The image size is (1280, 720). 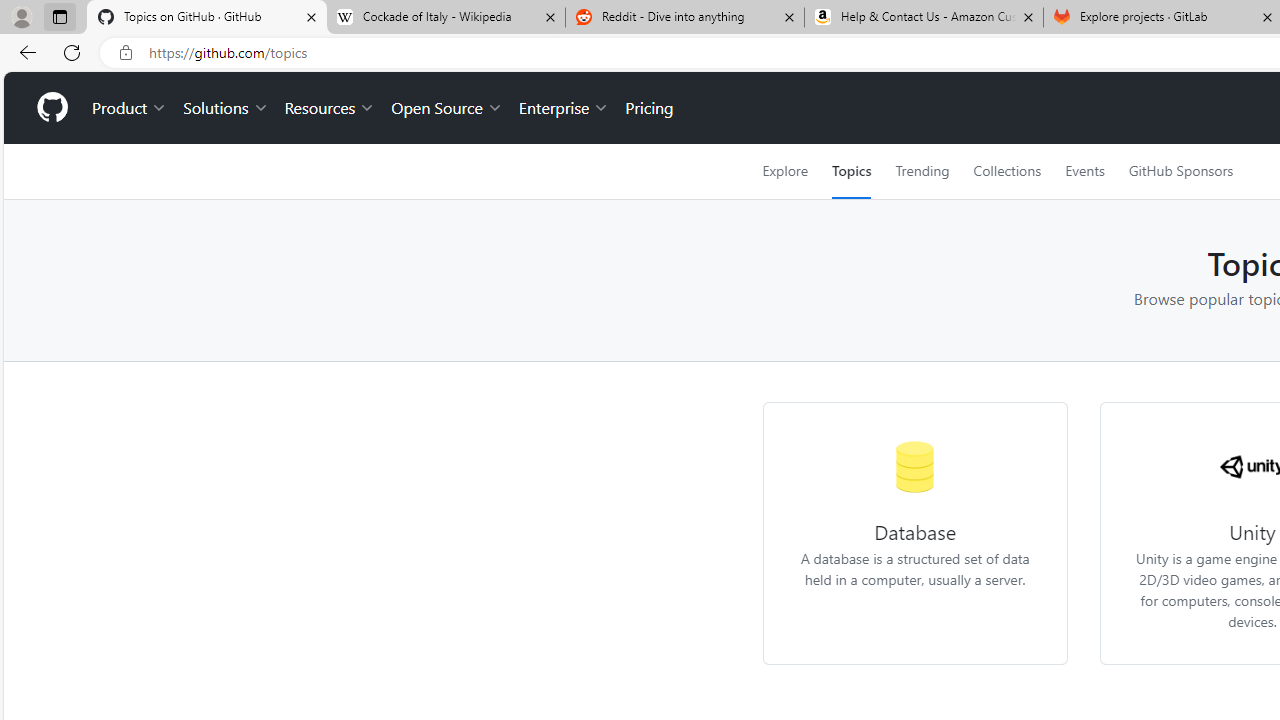 I want to click on 'Resources', so click(x=330, y=108).